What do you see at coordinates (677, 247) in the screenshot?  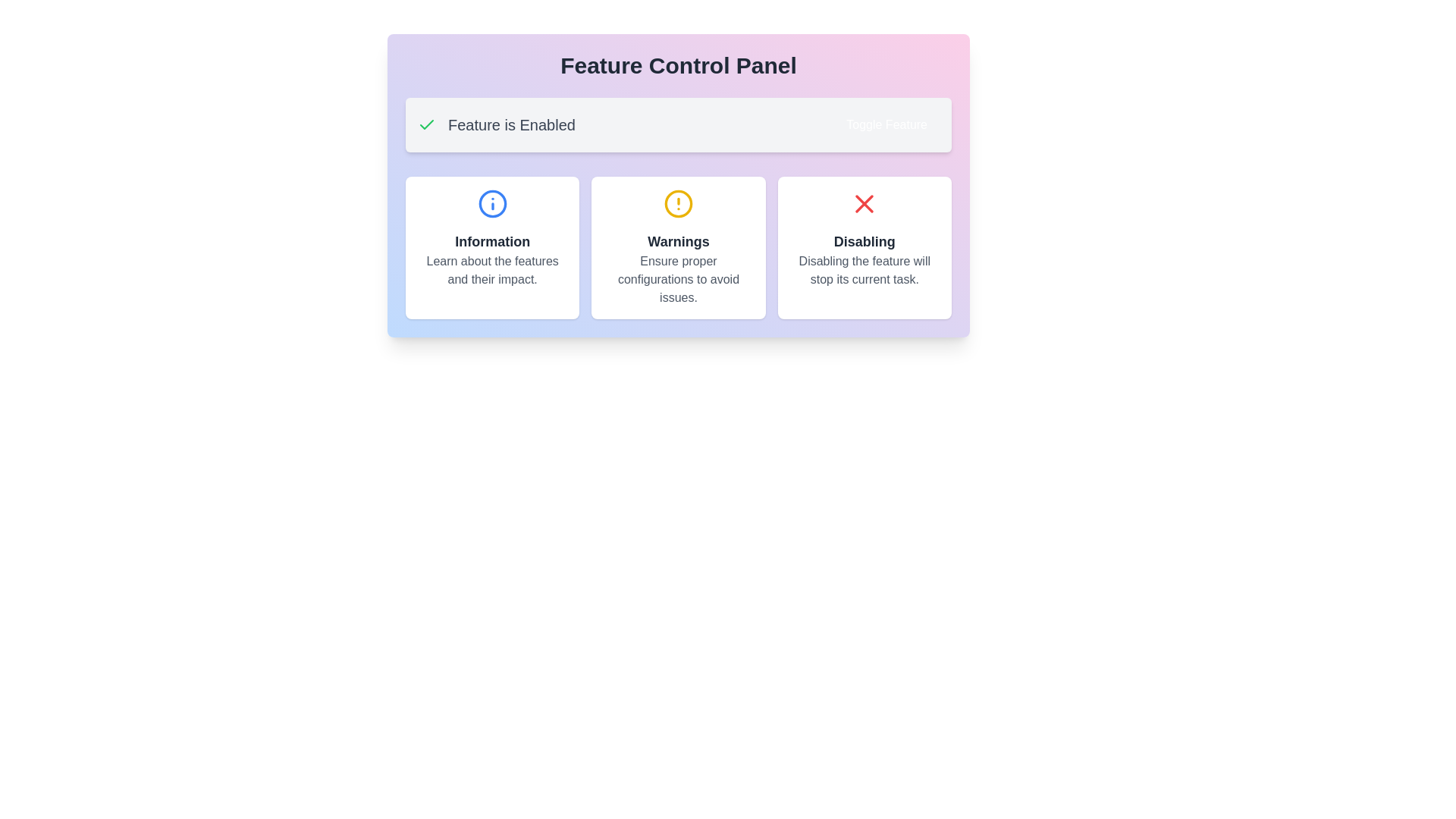 I see `the second informational card that provides warning information related to system configurations, located in the center column of a horizontal triplet layout` at bounding box center [677, 247].